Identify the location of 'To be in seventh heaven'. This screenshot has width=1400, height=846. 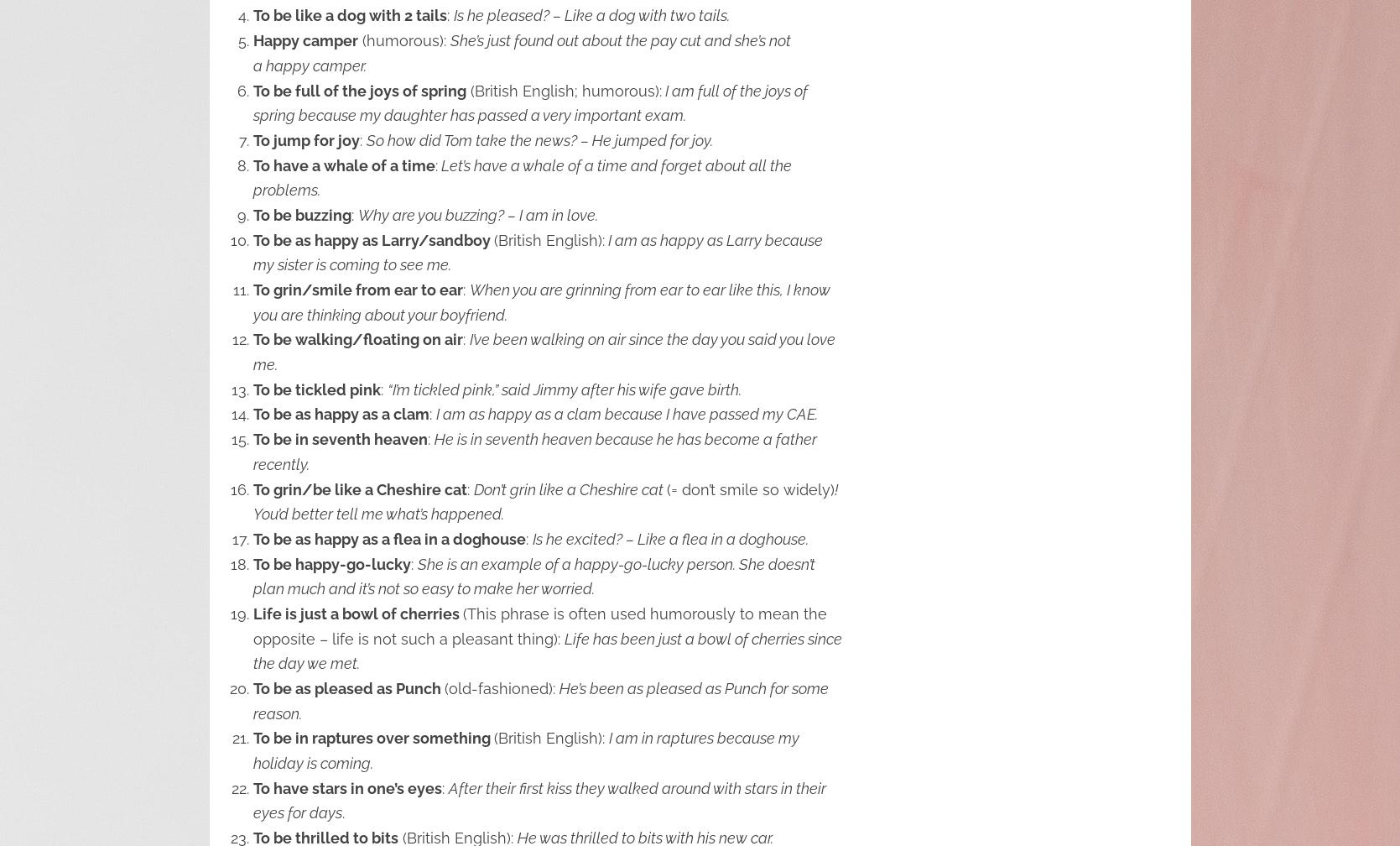
(340, 439).